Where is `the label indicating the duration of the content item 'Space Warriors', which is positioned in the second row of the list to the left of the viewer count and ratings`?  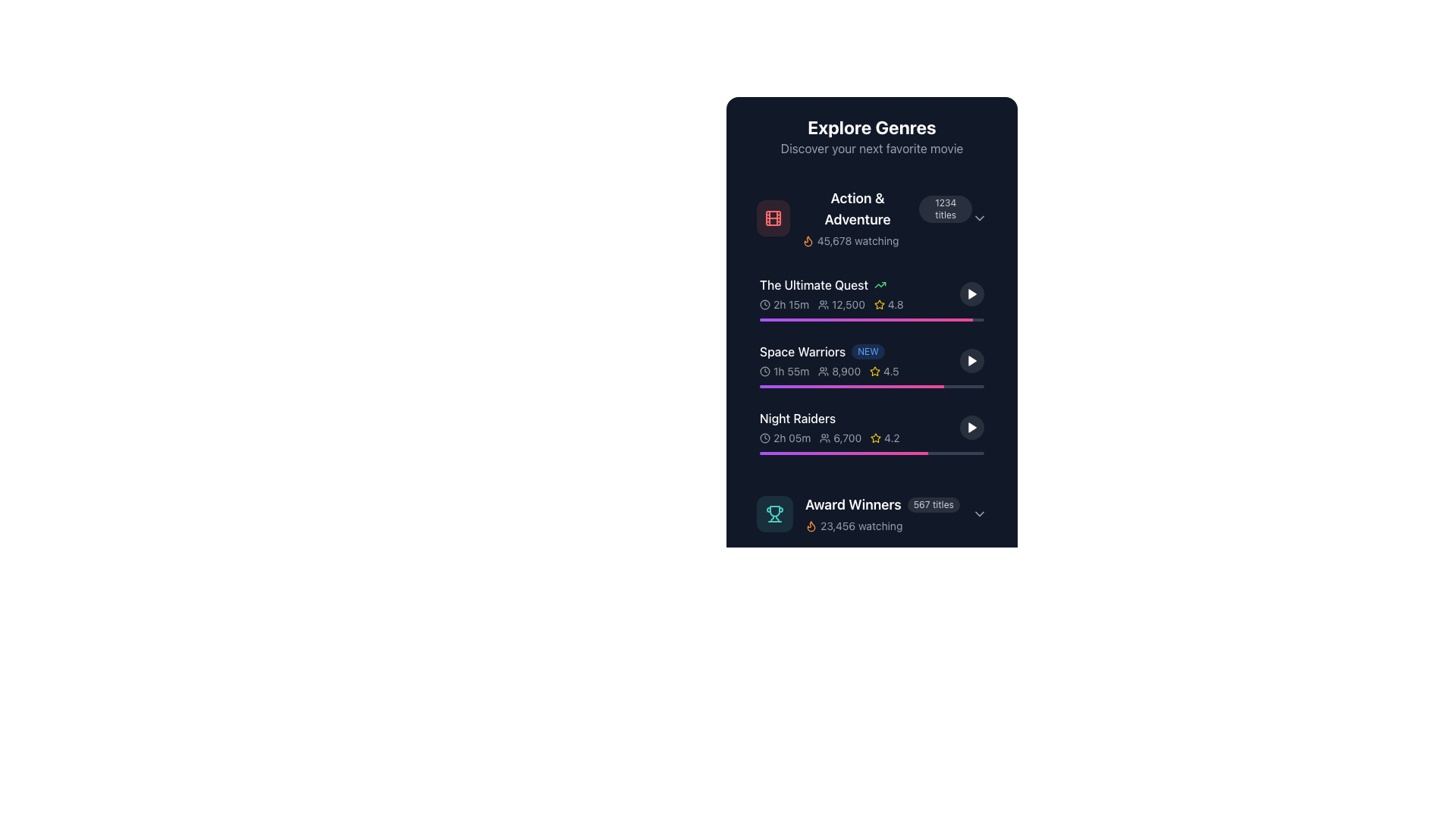 the label indicating the duration of the content item 'Space Warriors', which is positioned in the second row of the list to the left of the viewer count and ratings is located at coordinates (784, 371).